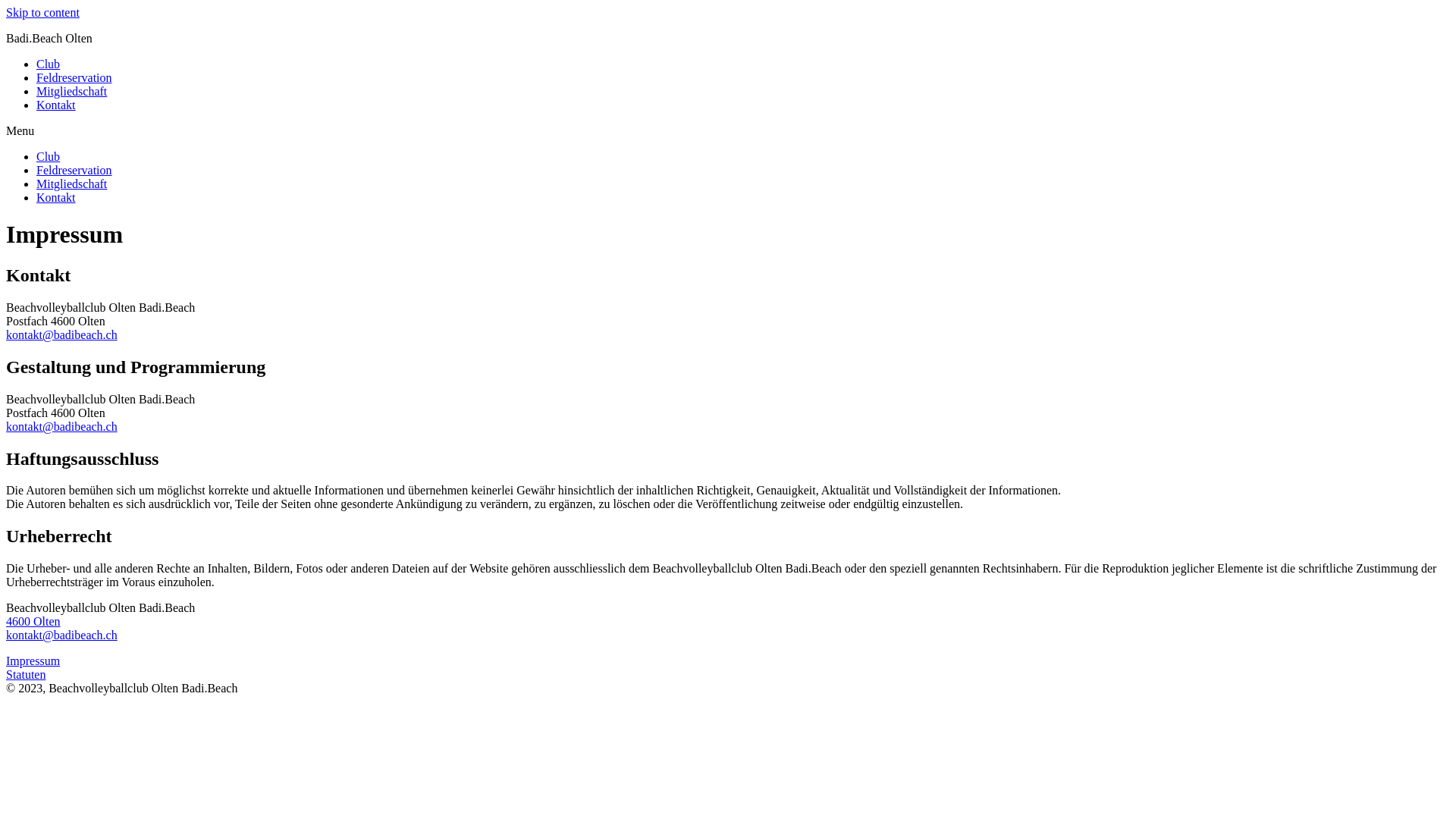  Describe the element at coordinates (6, 12) in the screenshot. I see `'Skip to content'` at that location.